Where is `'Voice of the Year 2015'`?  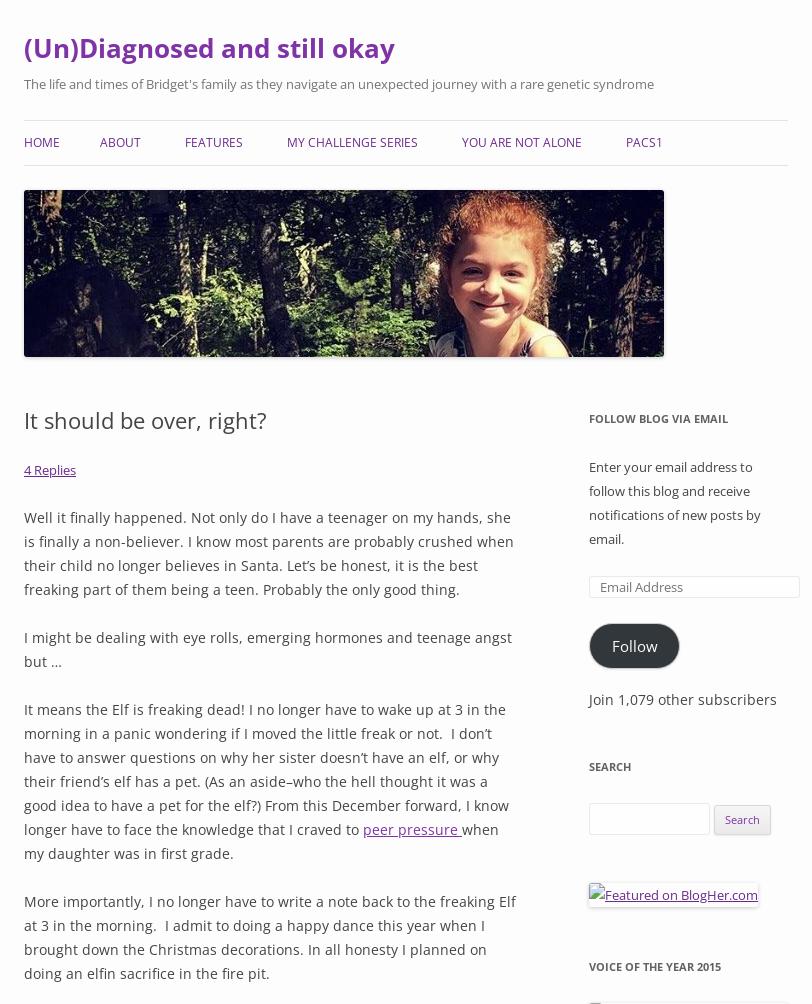
'Voice of the Year 2015' is located at coordinates (589, 964).